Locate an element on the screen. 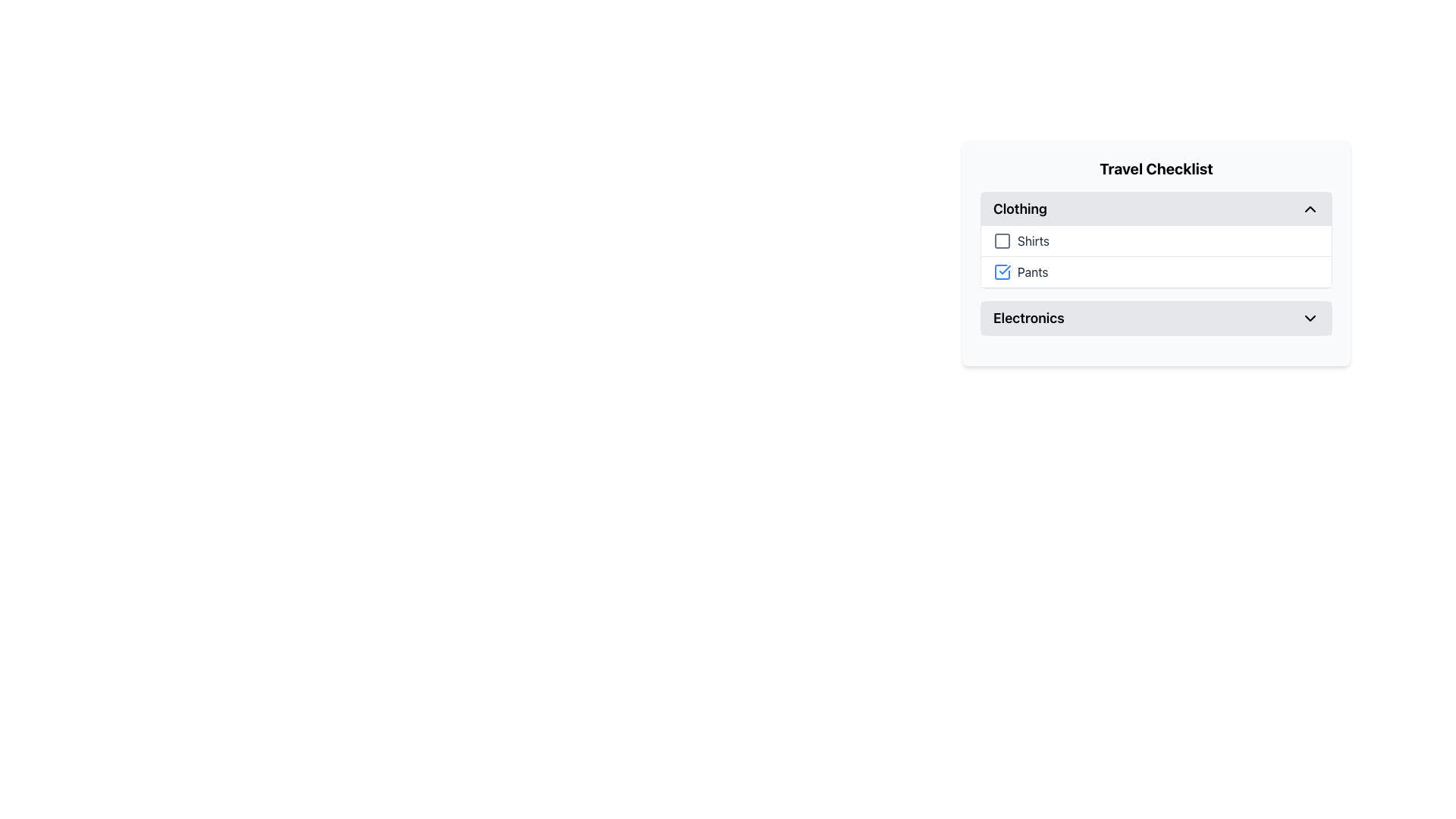 The height and width of the screenshot is (819, 1456). the text label displaying 'Pants' in dark gray color located beside the blue-checked checkbox in the 'Clothing' section of the 'Travel Checklist' is located at coordinates (1032, 271).